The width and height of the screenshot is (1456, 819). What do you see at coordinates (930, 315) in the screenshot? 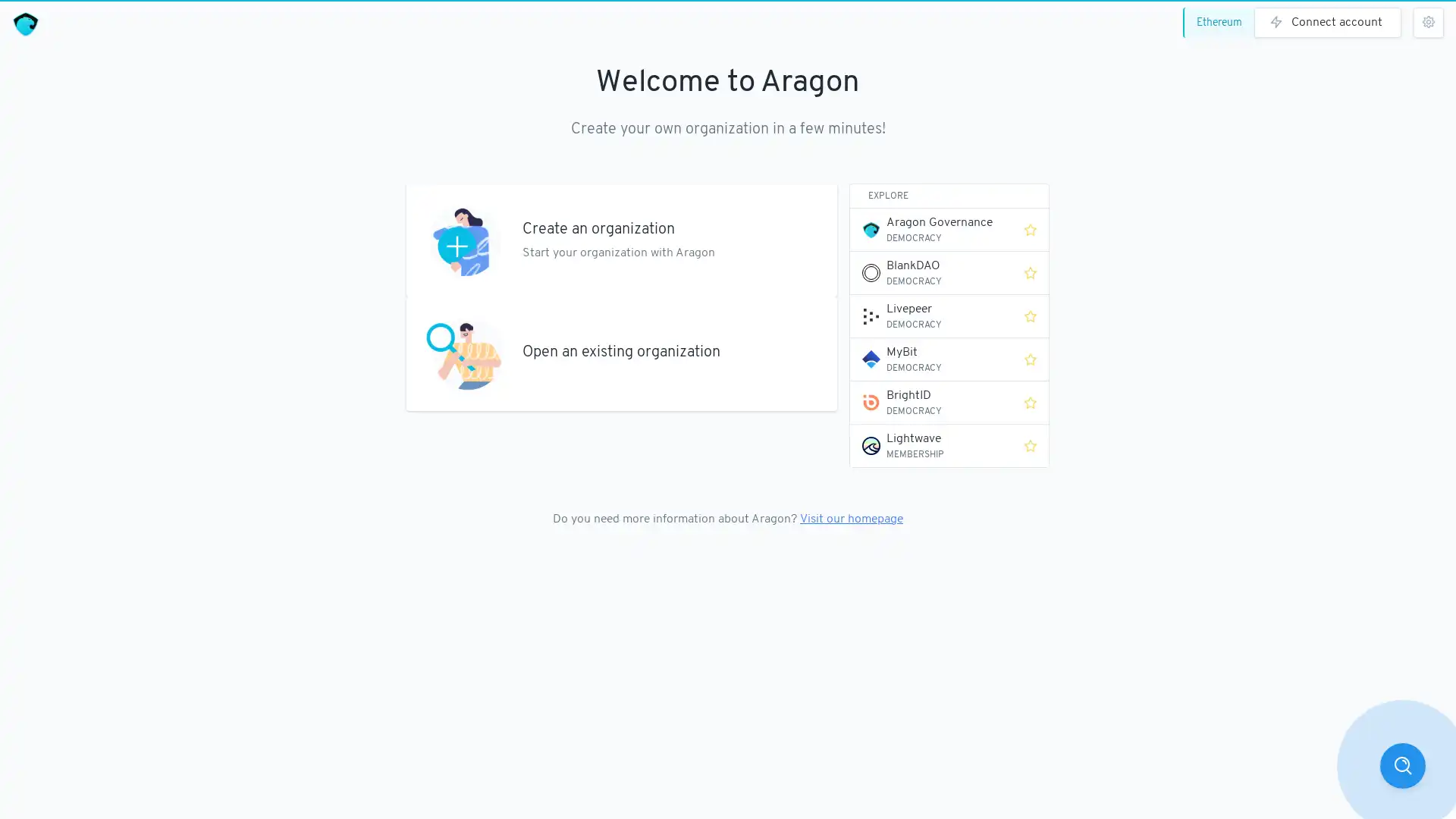
I see `Livepeer DEMOCRACY` at bounding box center [930, 315].